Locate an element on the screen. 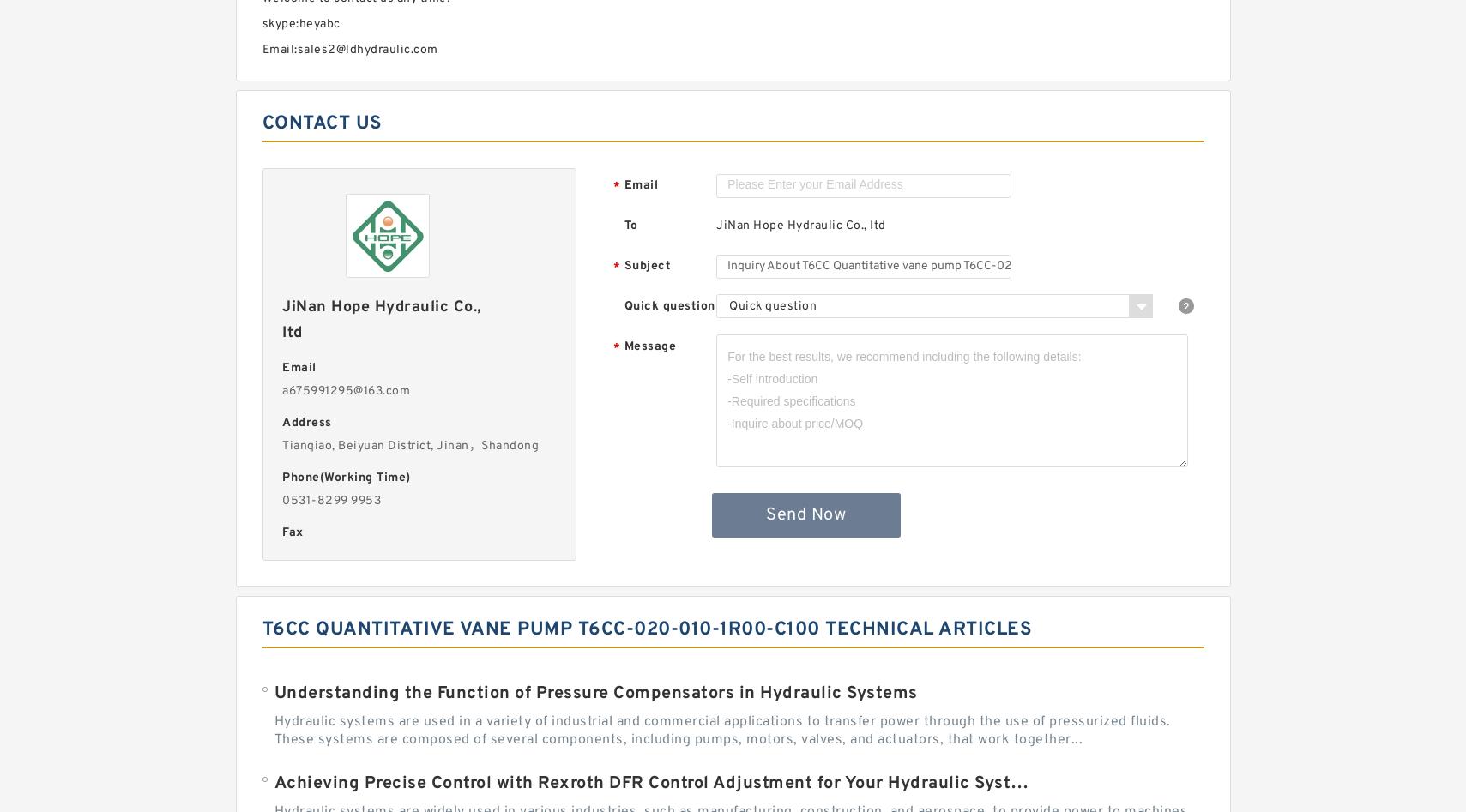  'Fax' is located at coordinates (291, 532).